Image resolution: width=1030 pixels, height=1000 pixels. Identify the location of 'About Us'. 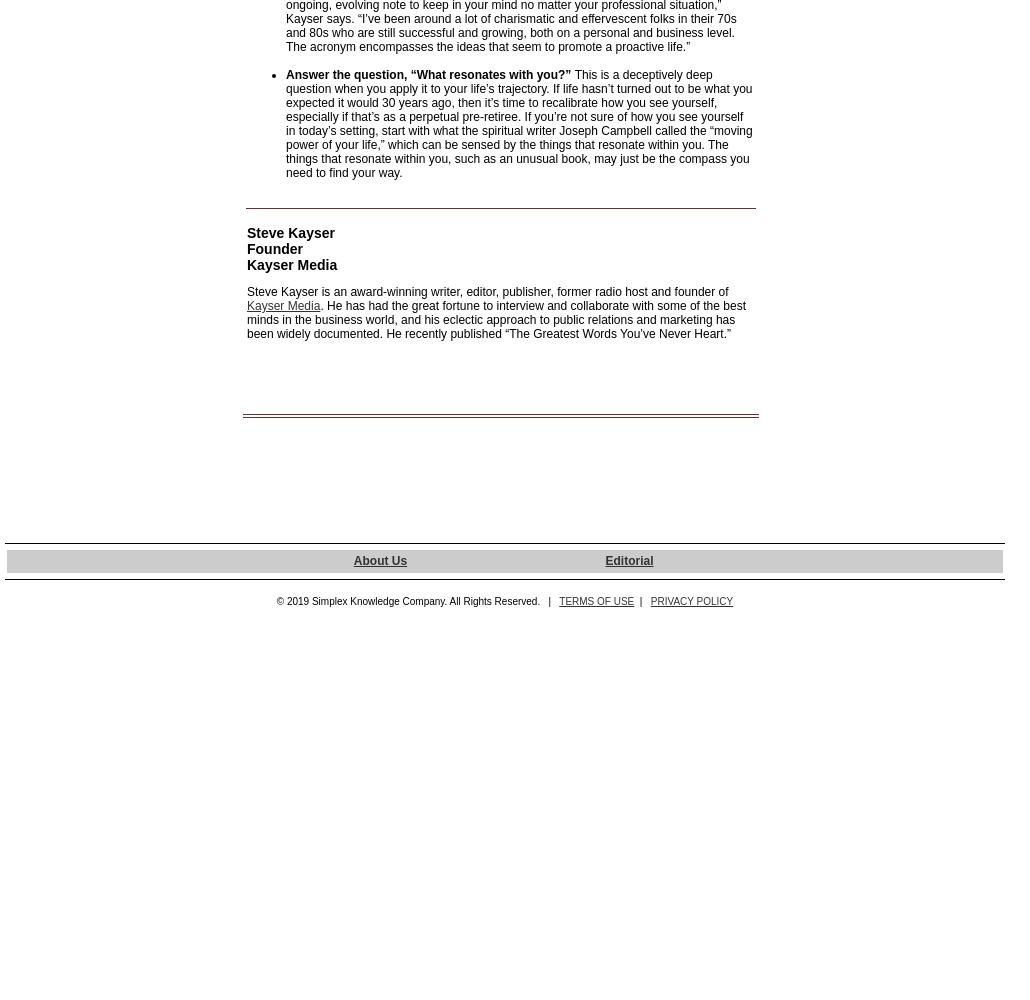
(379, 561).